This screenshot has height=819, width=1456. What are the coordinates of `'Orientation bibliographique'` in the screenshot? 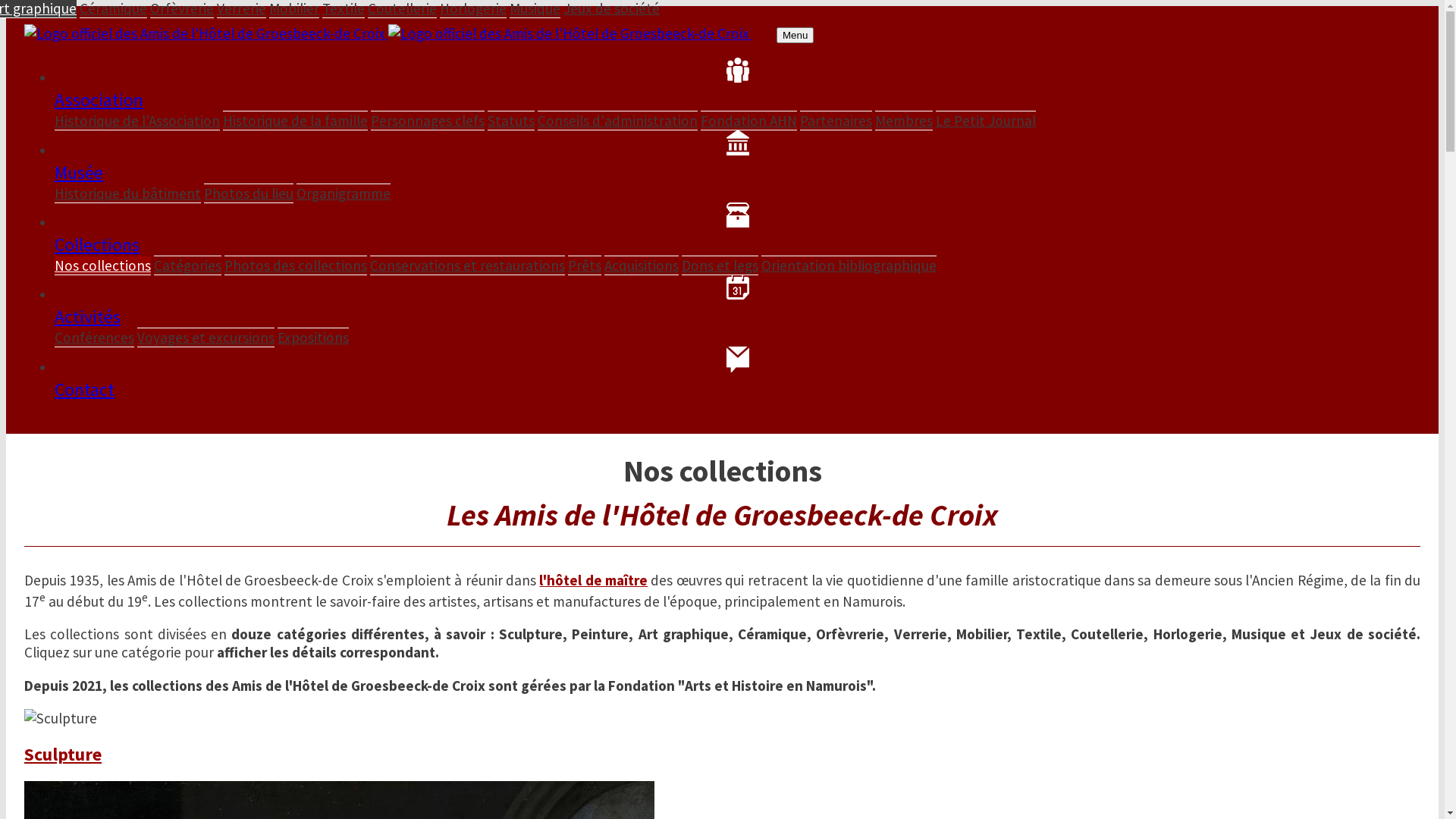 It's located at (848, 264).